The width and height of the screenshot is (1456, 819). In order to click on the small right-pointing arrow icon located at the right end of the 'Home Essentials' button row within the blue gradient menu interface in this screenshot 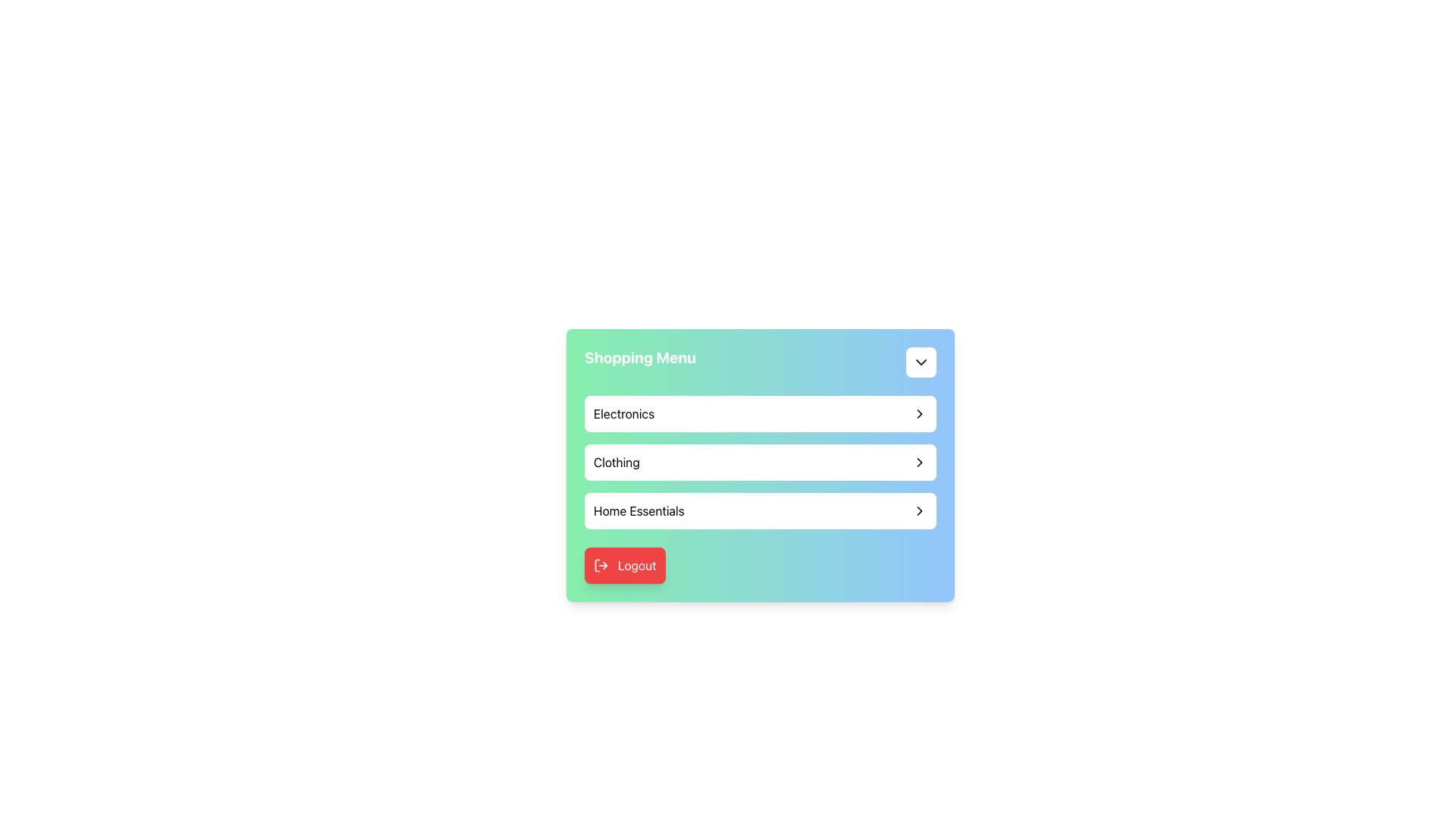, I will do `click(919, 511)`.